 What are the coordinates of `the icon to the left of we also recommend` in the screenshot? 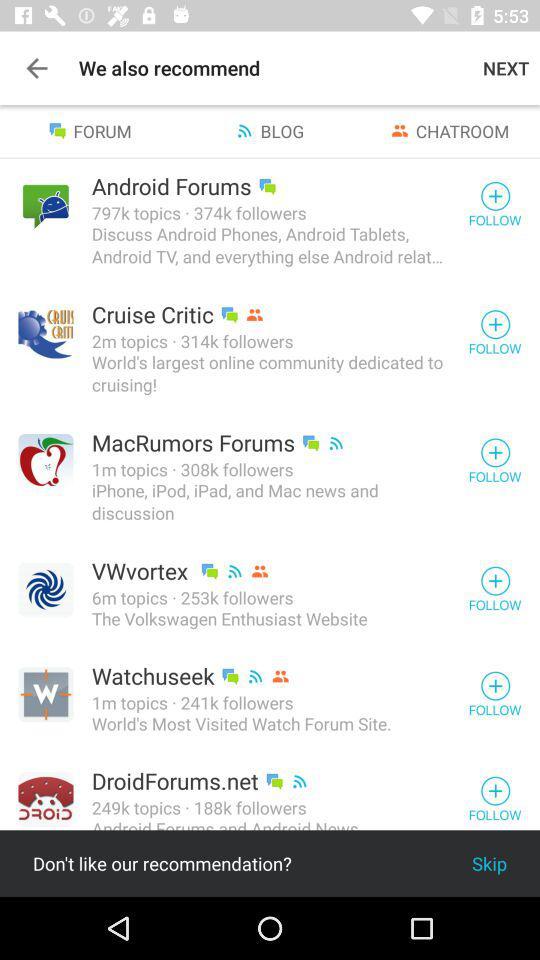 It's located at (36, 68).